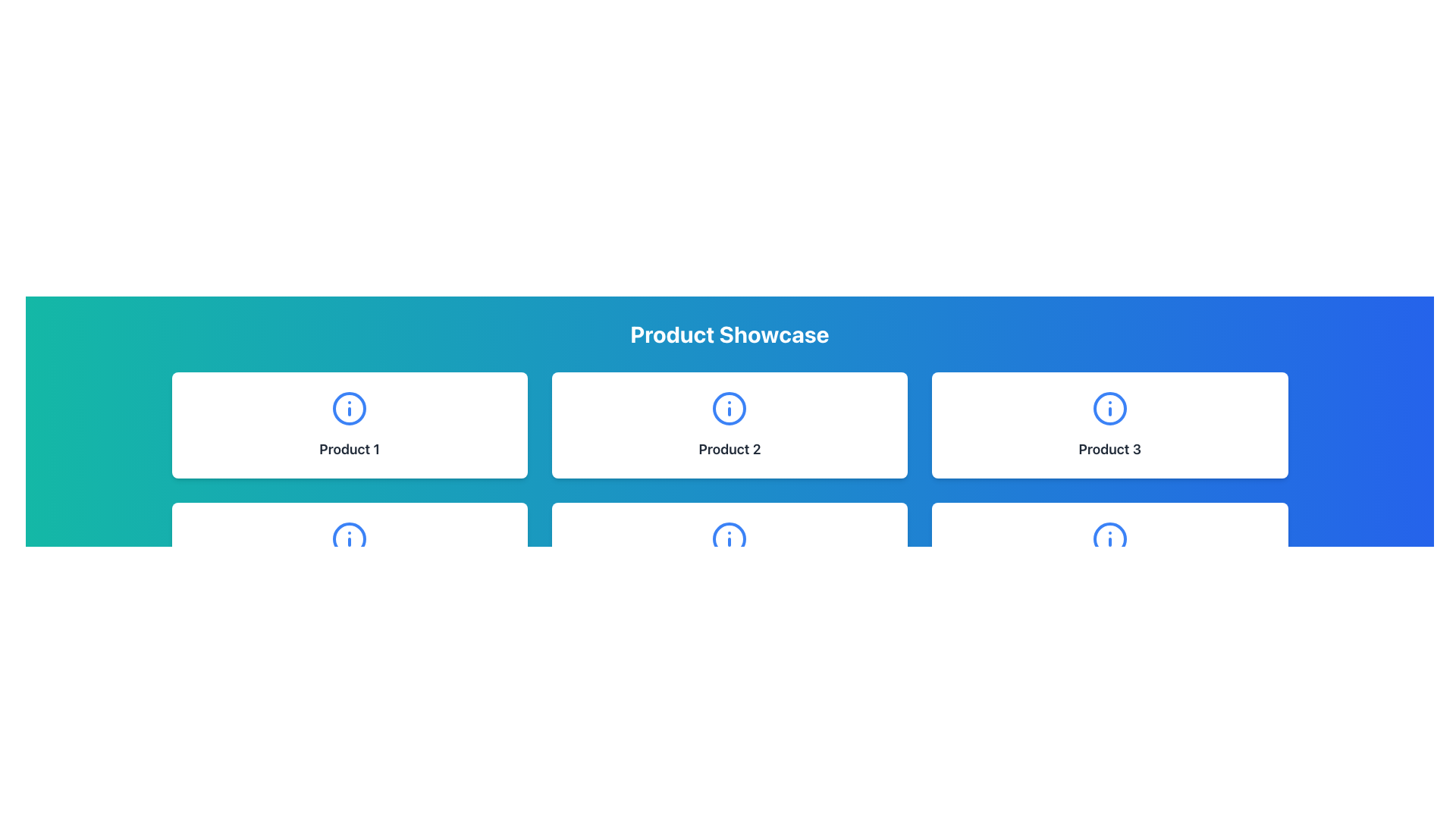 The height and width of the screenshot is (819, 1456). I want to click on the text label indicating the name of the product in the first card of a 3-column grid layout, located directly underneath a circular icon, so click(349, 449).